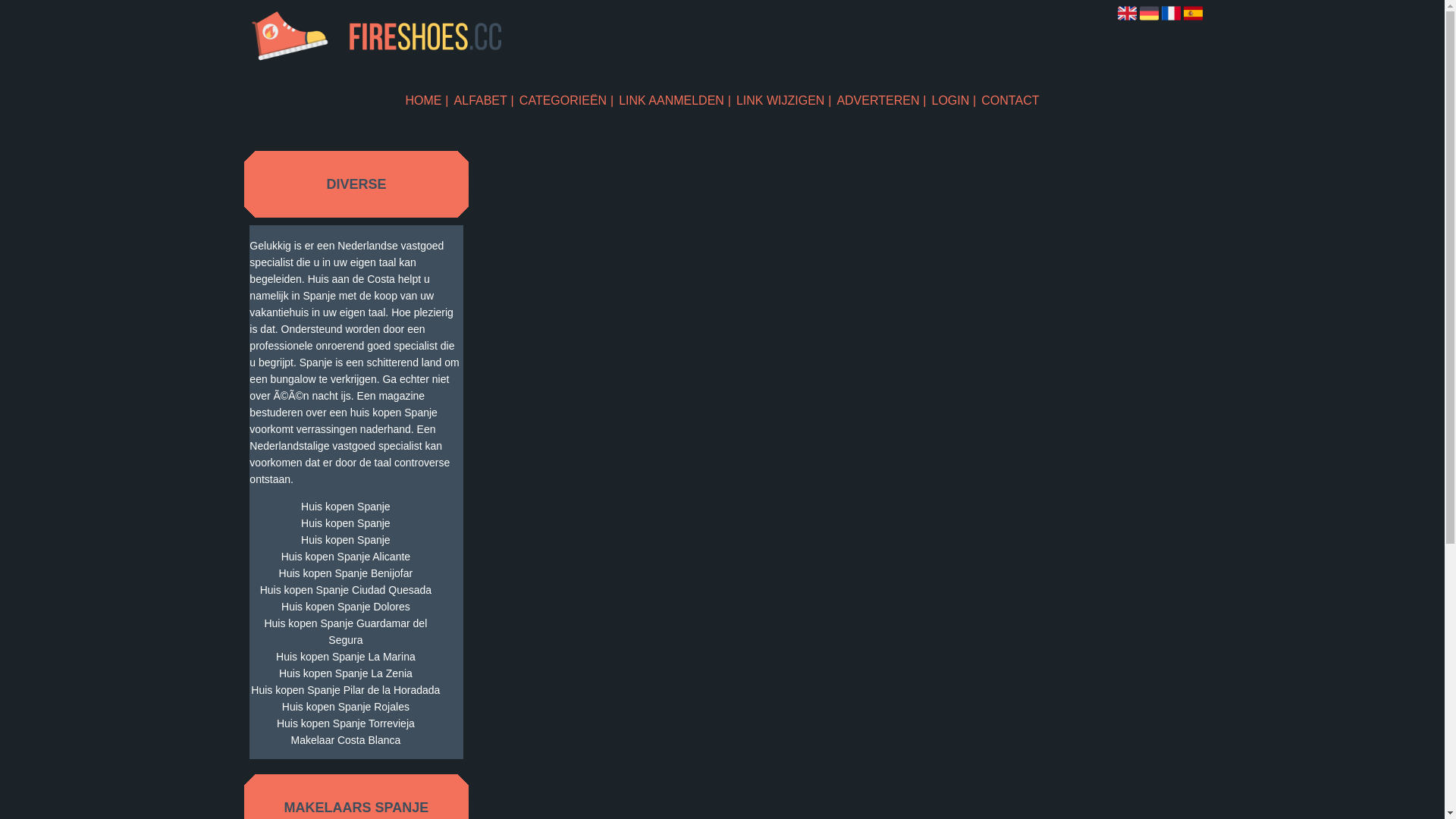  I want to click on 'Huis kopen Spanje Benijofar', so click(344, 573).